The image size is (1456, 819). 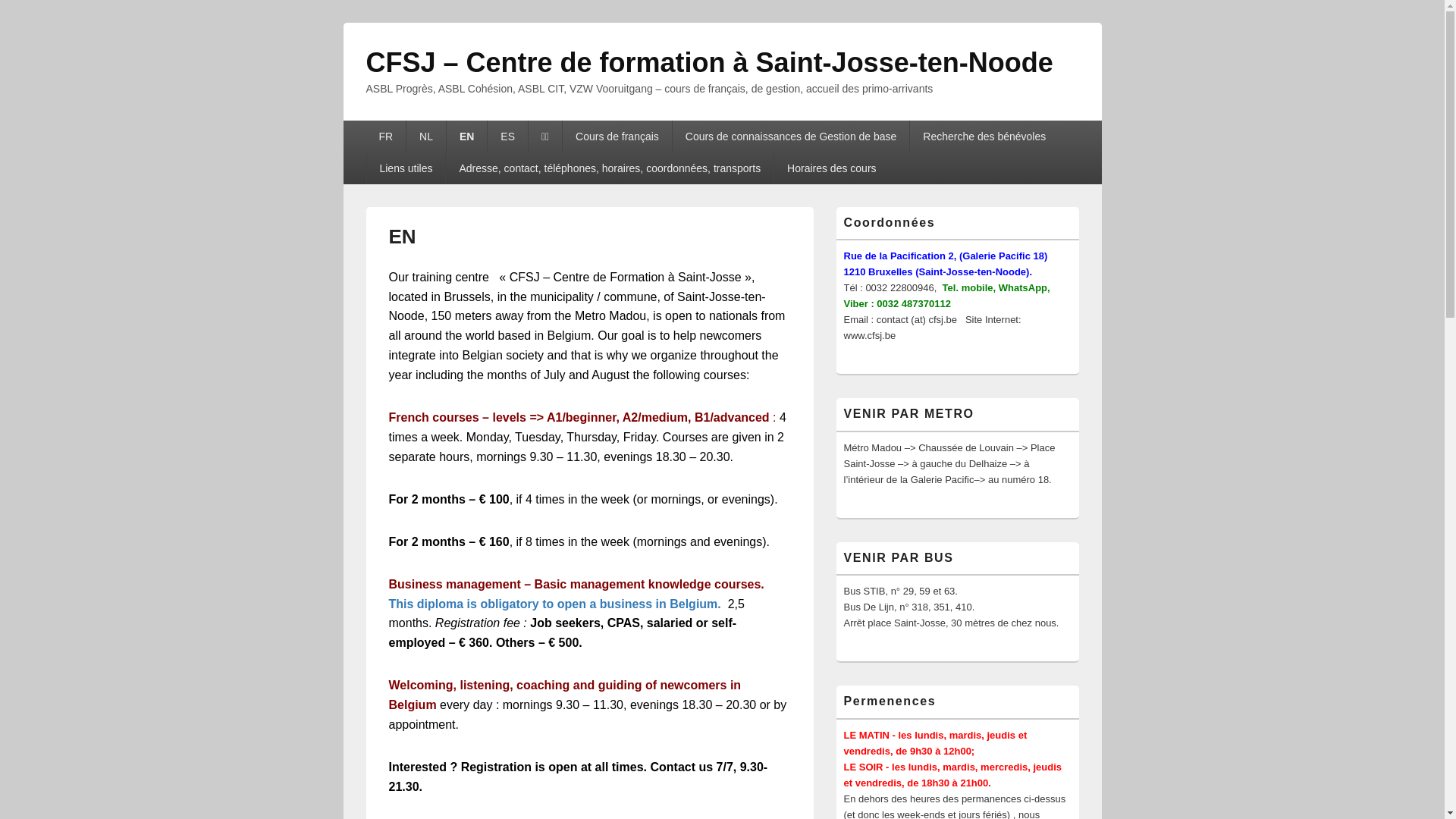 What do you see at coordinates (507, 136) in the screenshot?
I see `'ES'` at bounding box center [507, 136].